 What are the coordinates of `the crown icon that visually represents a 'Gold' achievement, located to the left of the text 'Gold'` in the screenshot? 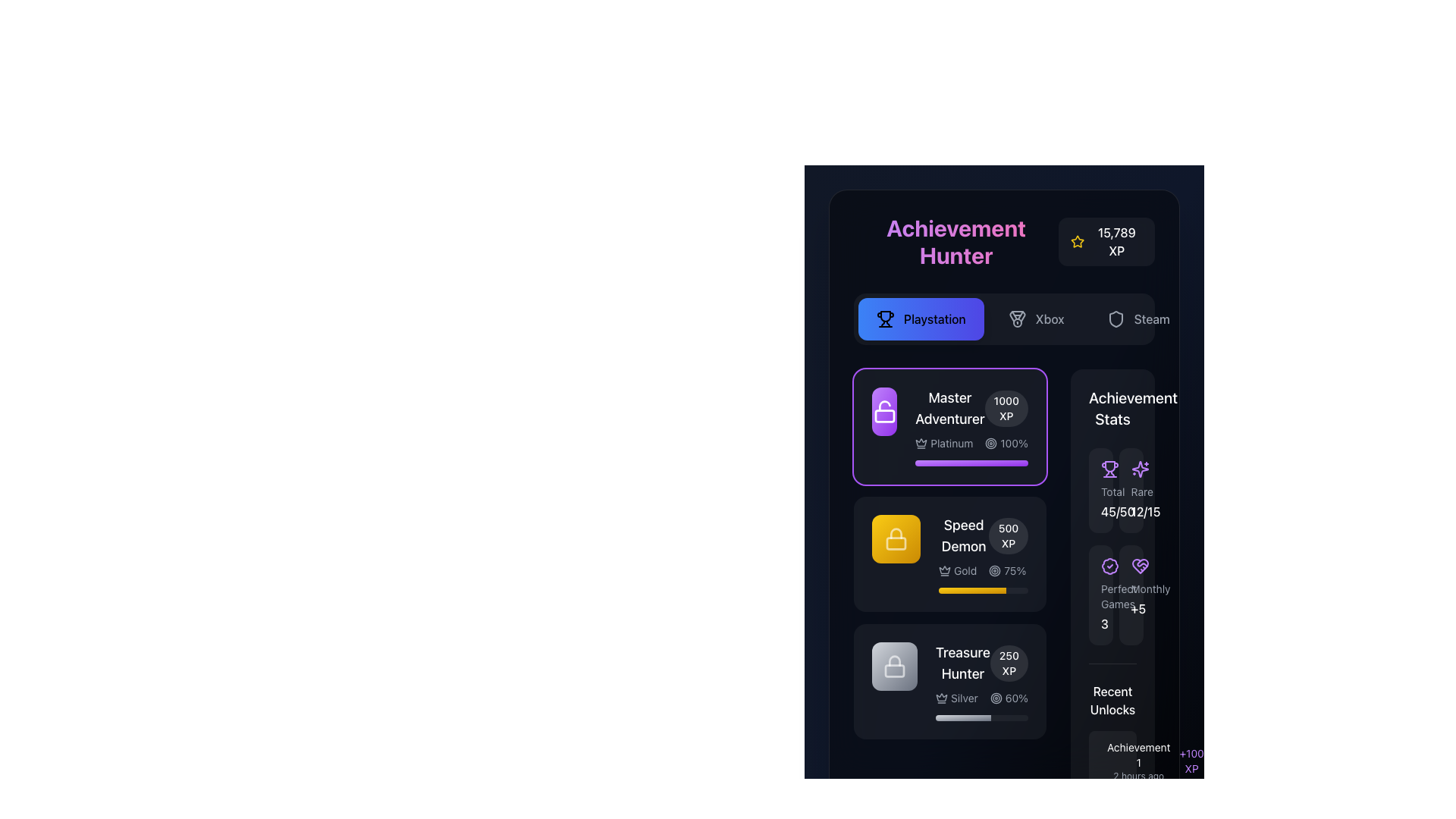 It's located at (944, 570).